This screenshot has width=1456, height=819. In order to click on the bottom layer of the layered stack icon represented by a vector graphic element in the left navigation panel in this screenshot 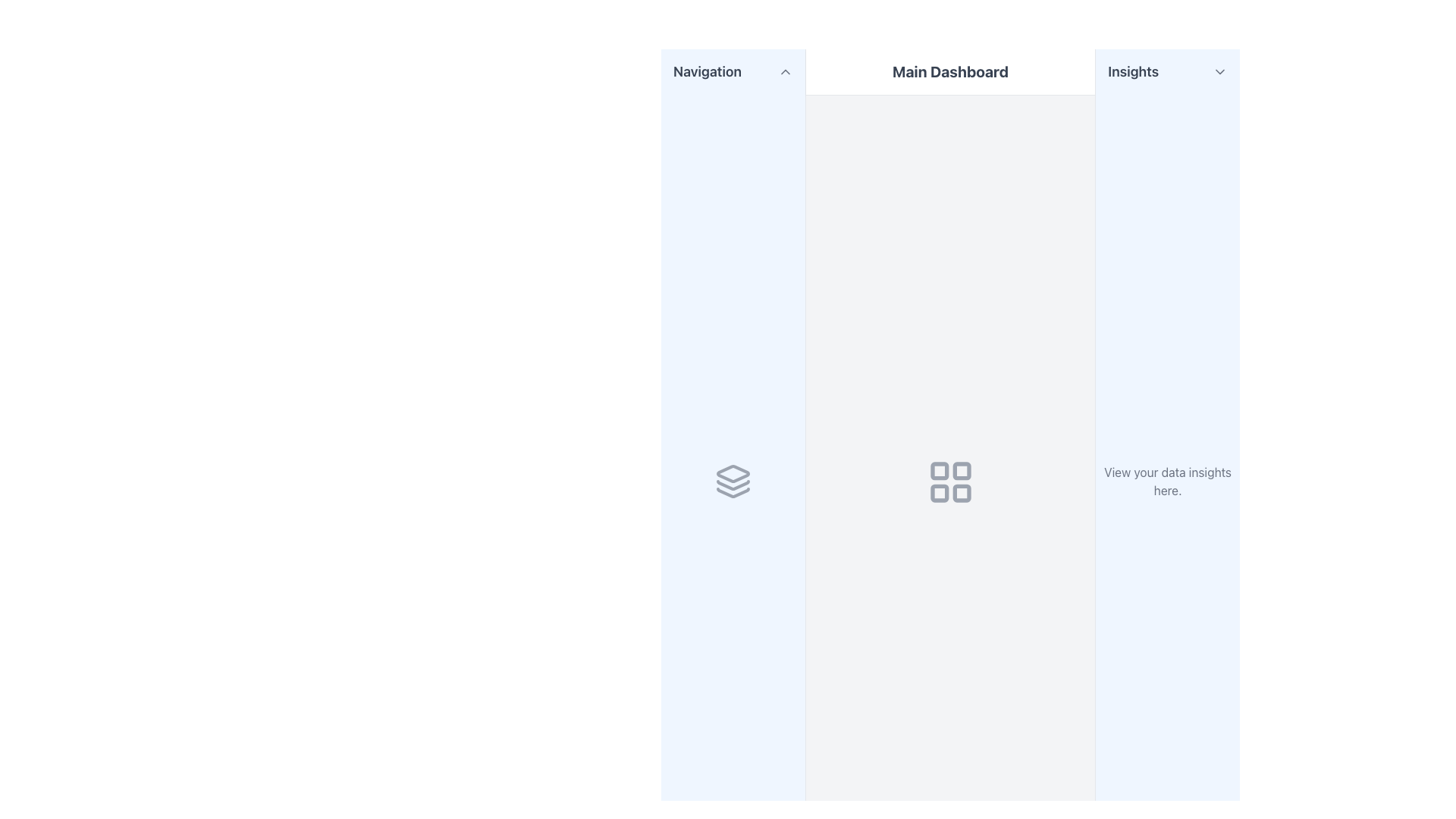, I will do `click(733, 493)`.